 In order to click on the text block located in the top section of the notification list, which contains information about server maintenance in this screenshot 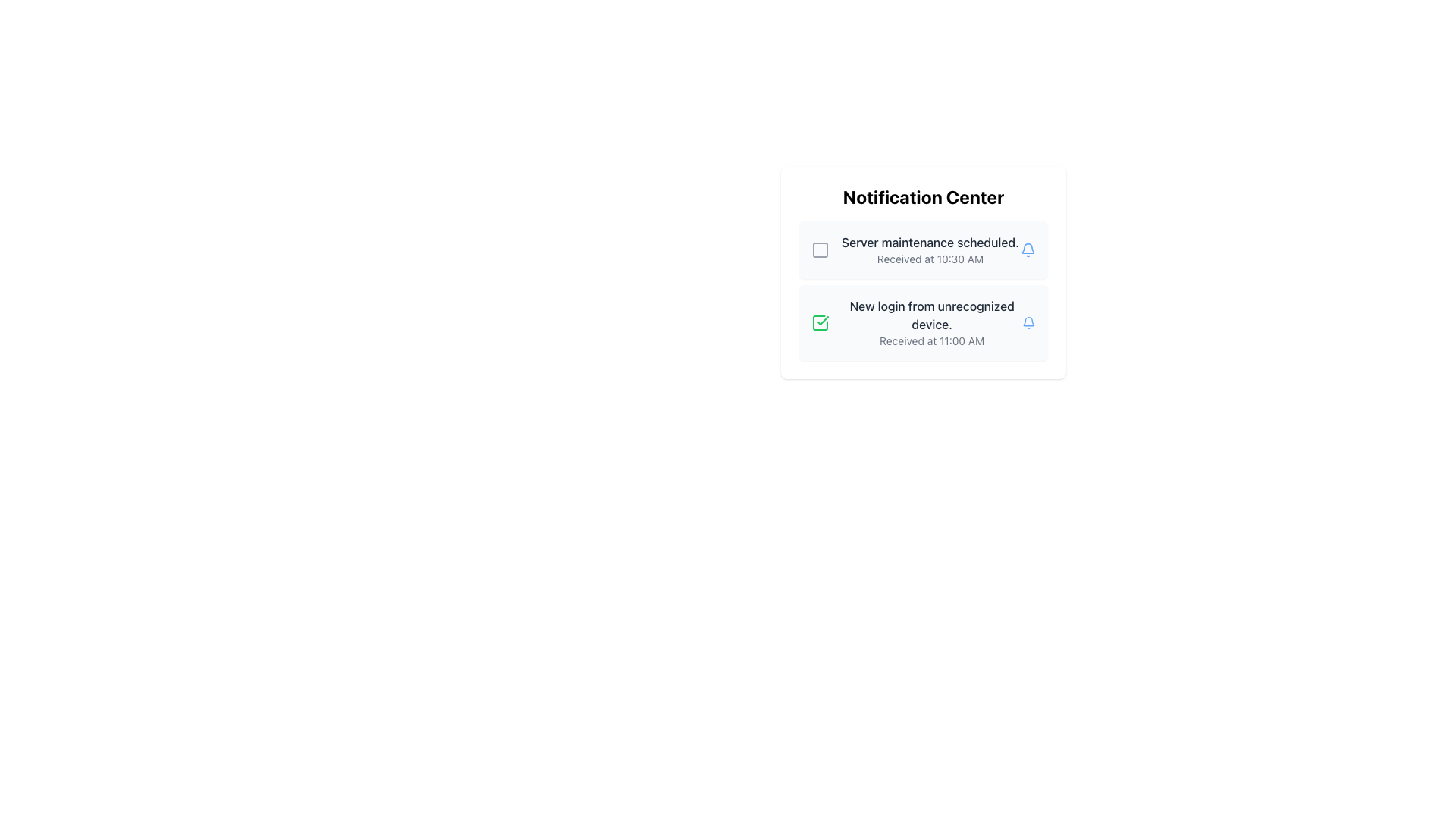, I will do `click(929, 249)`.